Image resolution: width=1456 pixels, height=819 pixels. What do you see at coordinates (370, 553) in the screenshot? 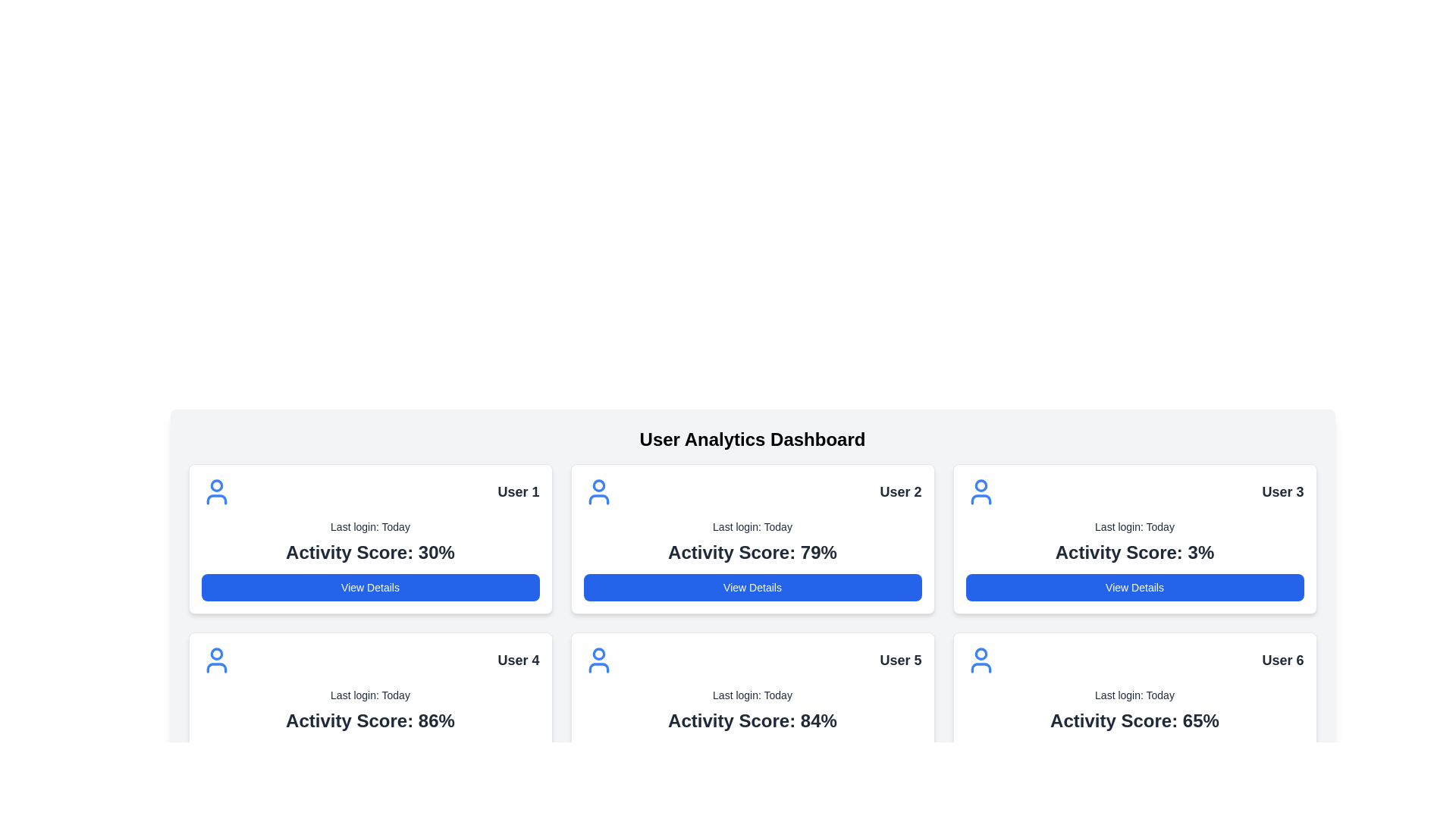
I see `the informational Text Label displaying the activity score of the user in percentage format, located within the 'User 1' user card, positioned below 'Last login: Today' and above 'View Details'` at bounding box center [370, 553].